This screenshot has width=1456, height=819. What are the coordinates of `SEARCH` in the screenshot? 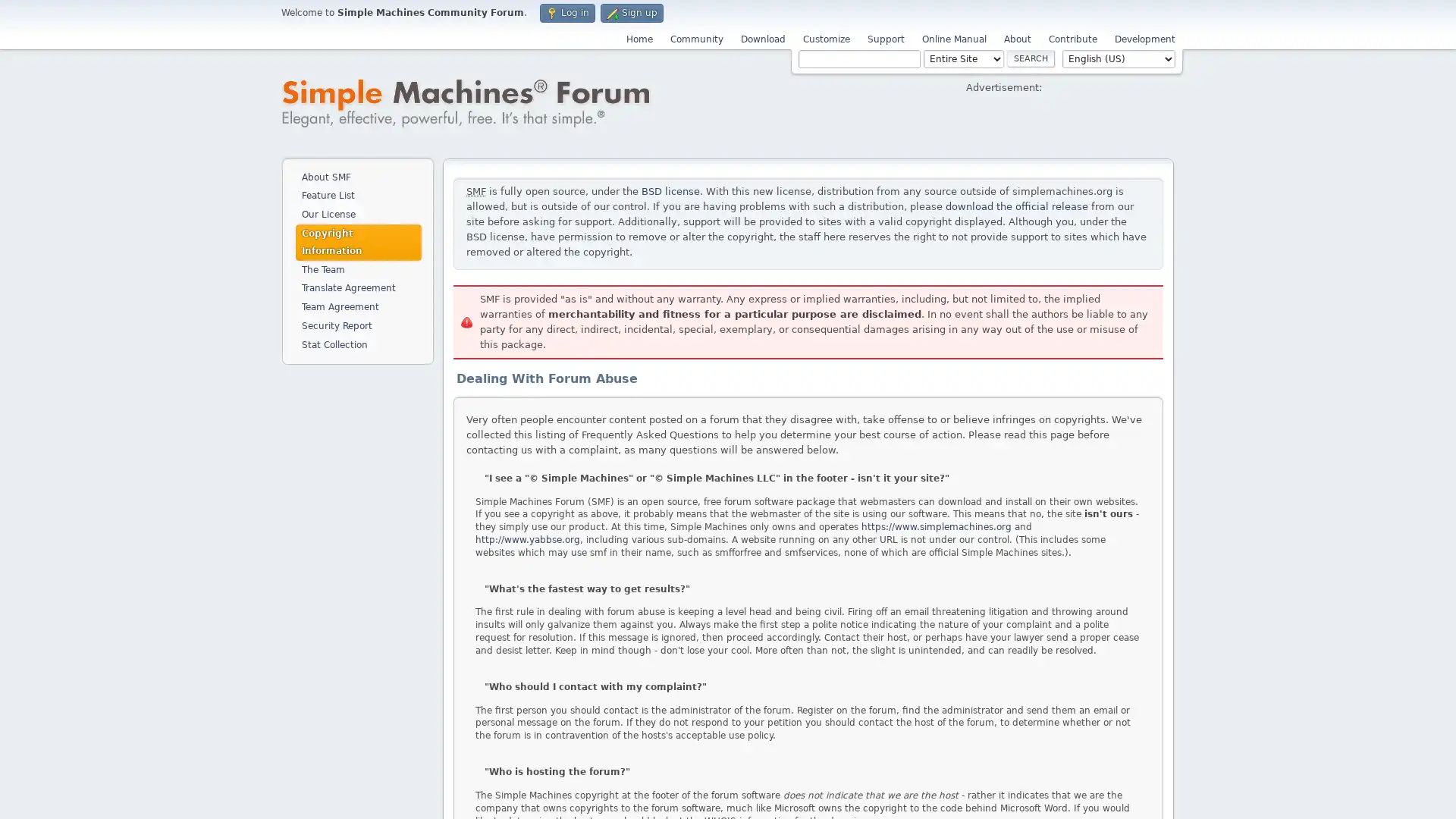 It's located at (1031, 58).